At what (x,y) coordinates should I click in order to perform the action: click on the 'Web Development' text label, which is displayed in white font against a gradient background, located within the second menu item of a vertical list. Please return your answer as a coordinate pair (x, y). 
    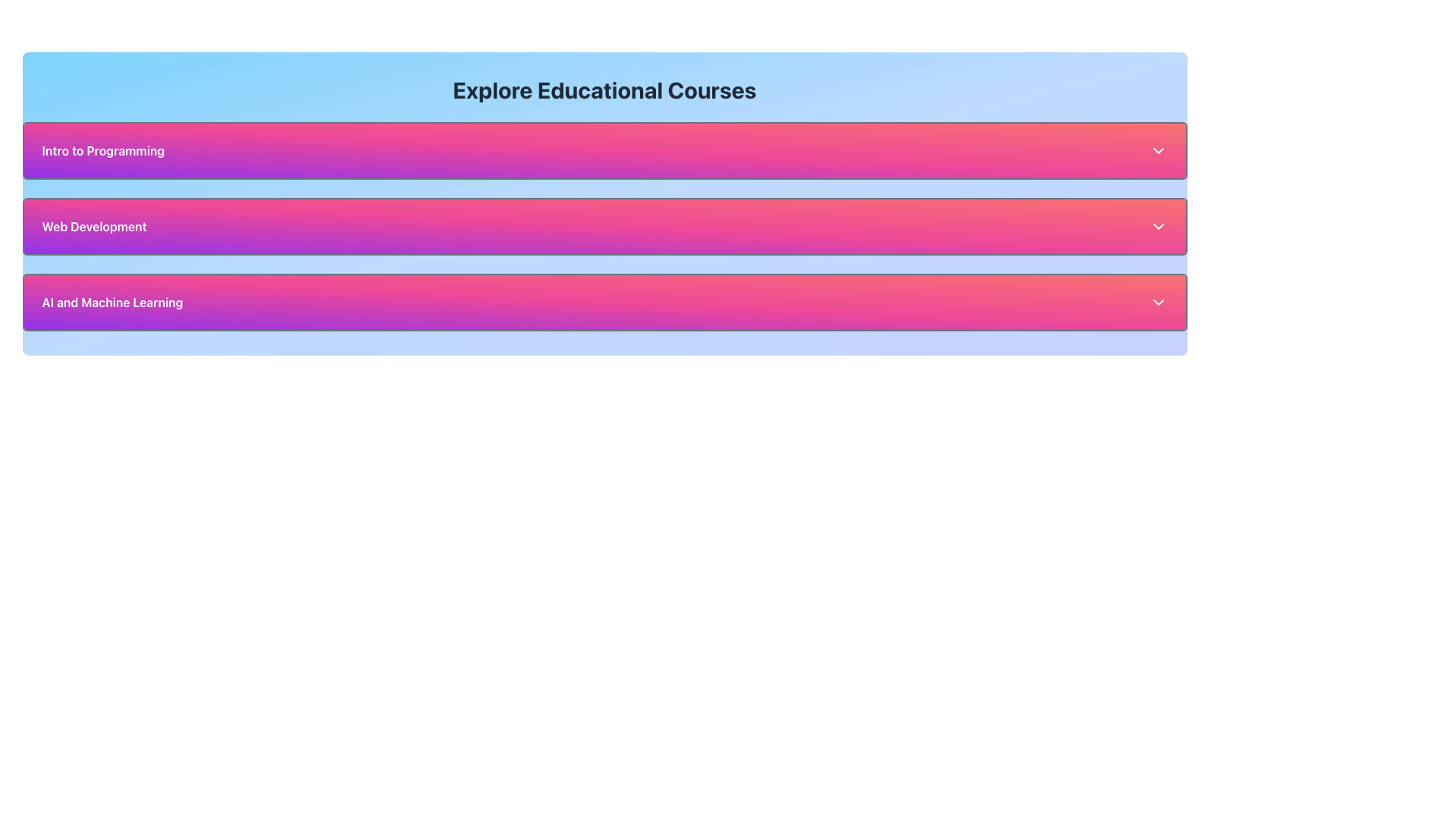
    Looking at the image, I should click on (93, 227).